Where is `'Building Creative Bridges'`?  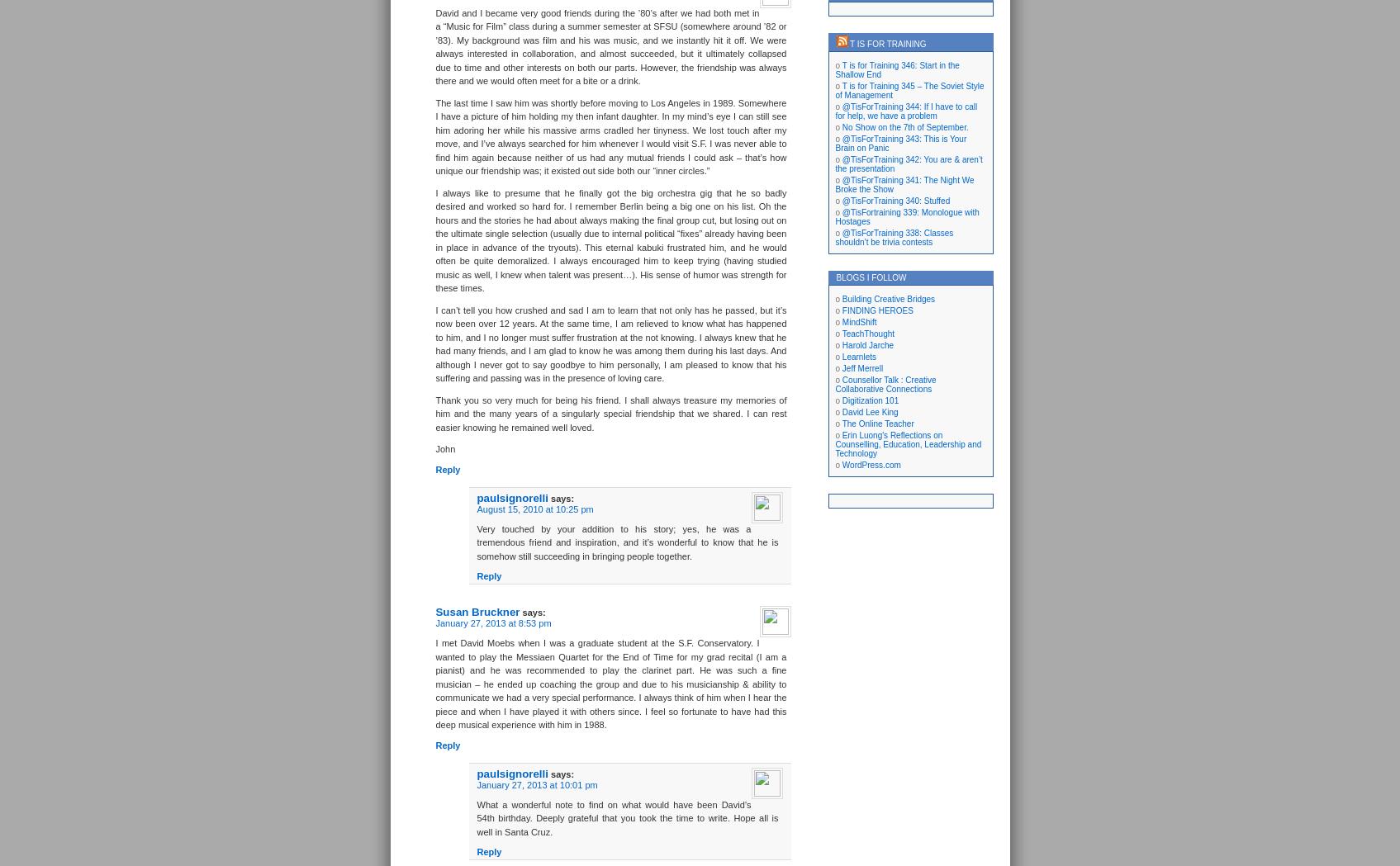
'Building Creative Bridges' is located at coordinates (888, 298).